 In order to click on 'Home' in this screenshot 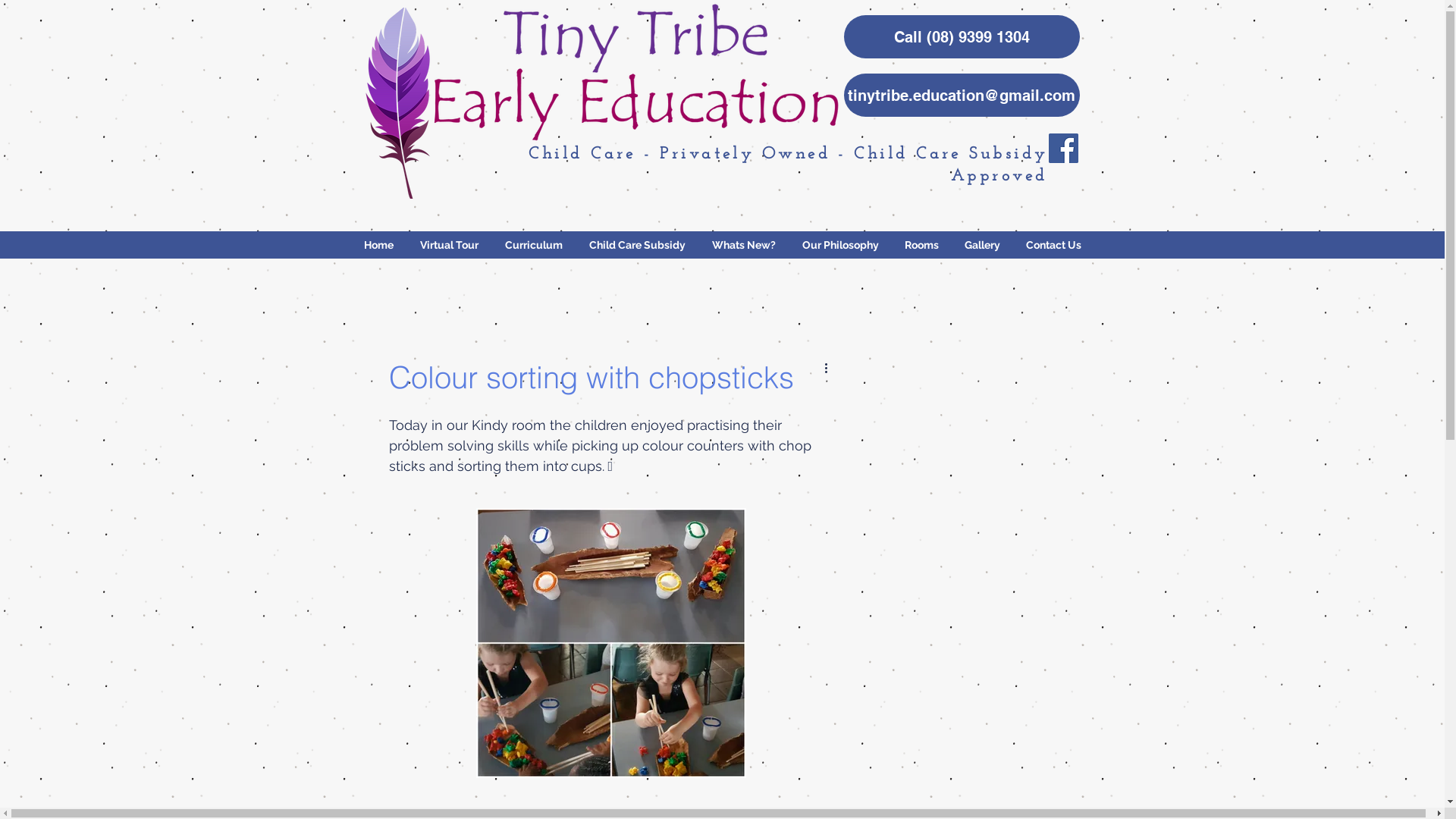, I will do `click(378, 244)`.